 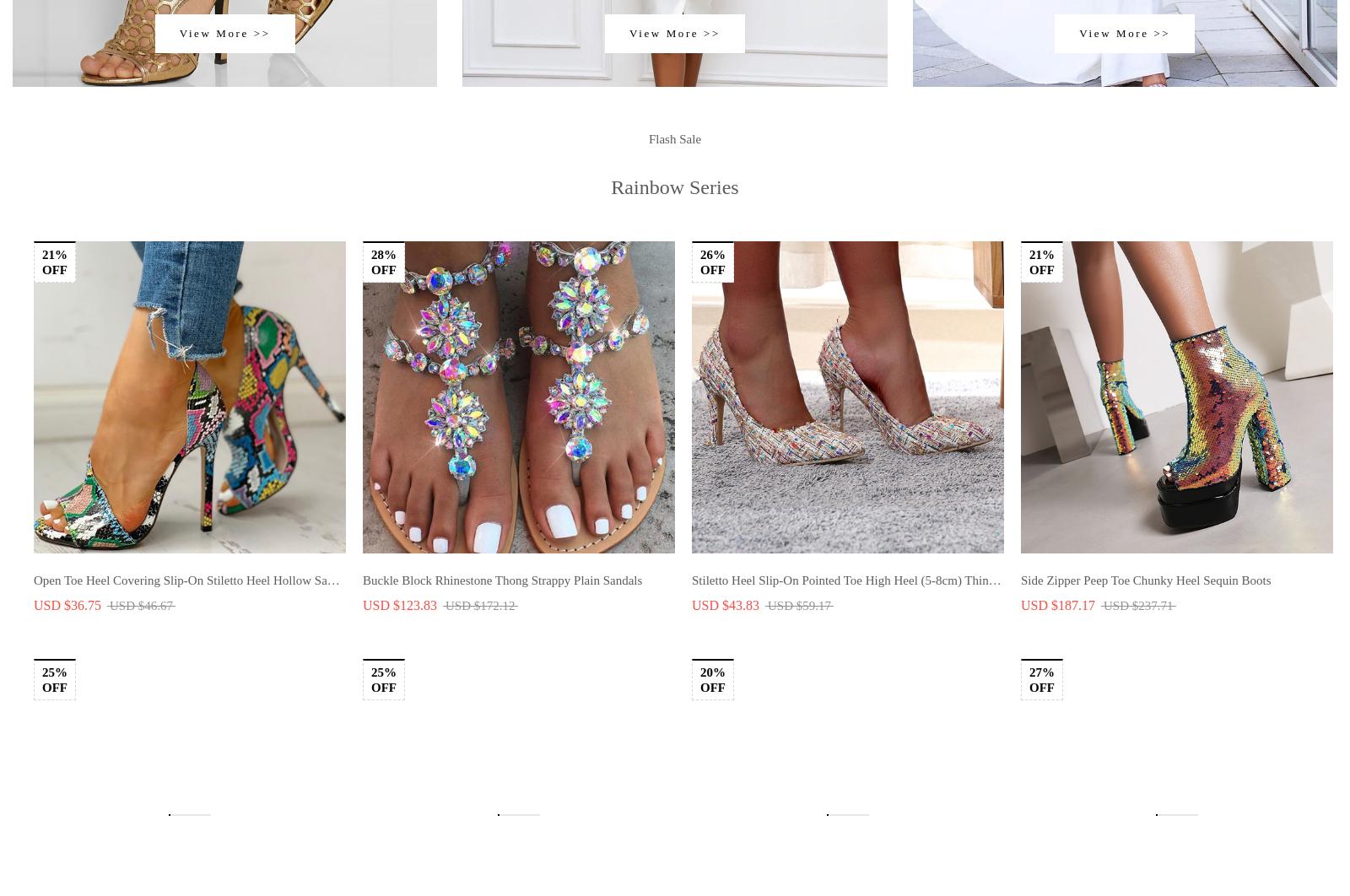 I want to click on '26%', so click(x=699, y=310).